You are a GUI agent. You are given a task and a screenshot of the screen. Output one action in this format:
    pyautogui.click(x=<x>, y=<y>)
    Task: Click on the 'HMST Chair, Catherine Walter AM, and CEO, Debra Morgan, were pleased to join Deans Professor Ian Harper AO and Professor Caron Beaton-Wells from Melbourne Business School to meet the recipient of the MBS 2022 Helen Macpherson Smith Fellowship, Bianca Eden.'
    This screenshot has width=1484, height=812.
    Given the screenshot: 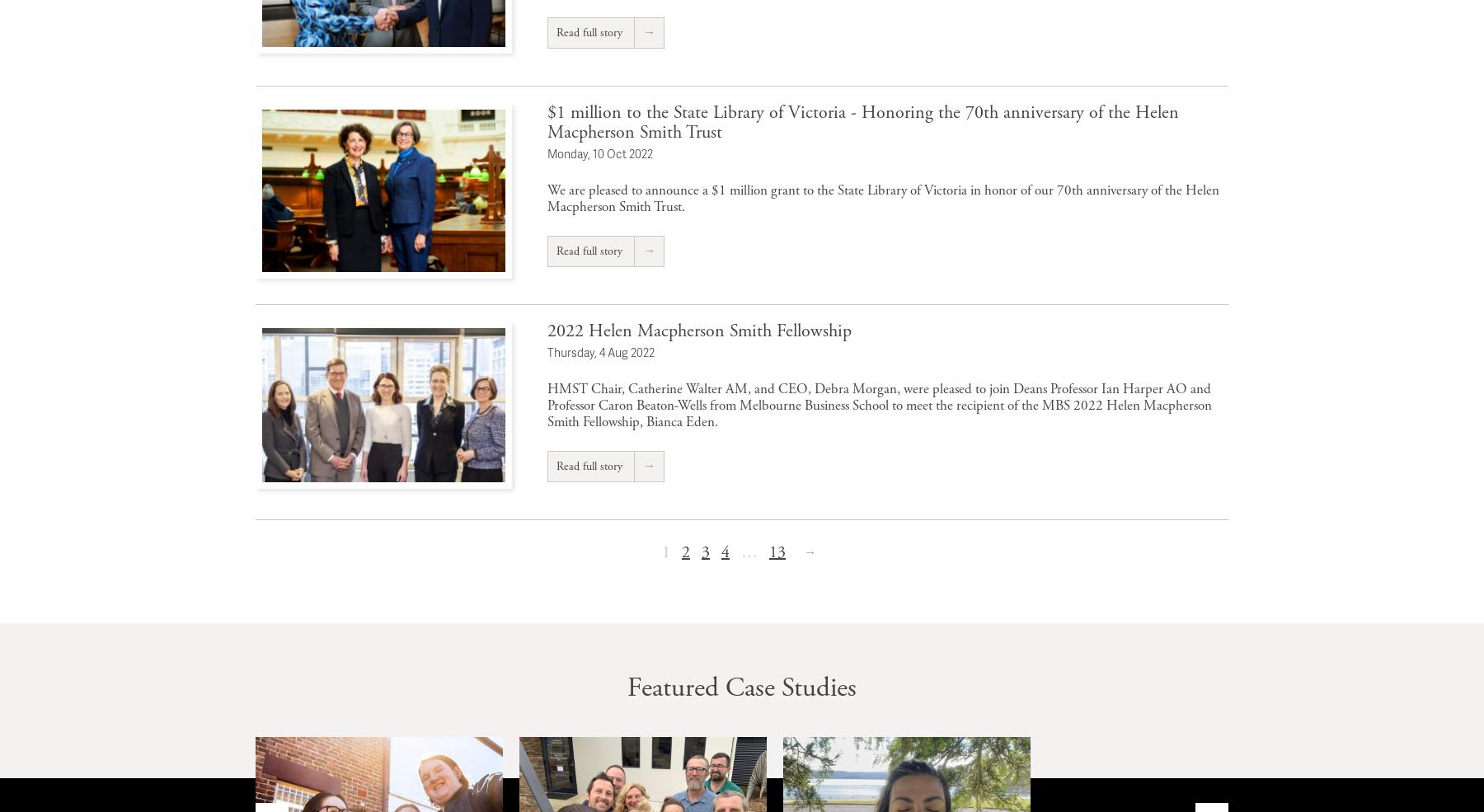 What is the action you would take?
    pyautogui.click(x=880, y=404)
    